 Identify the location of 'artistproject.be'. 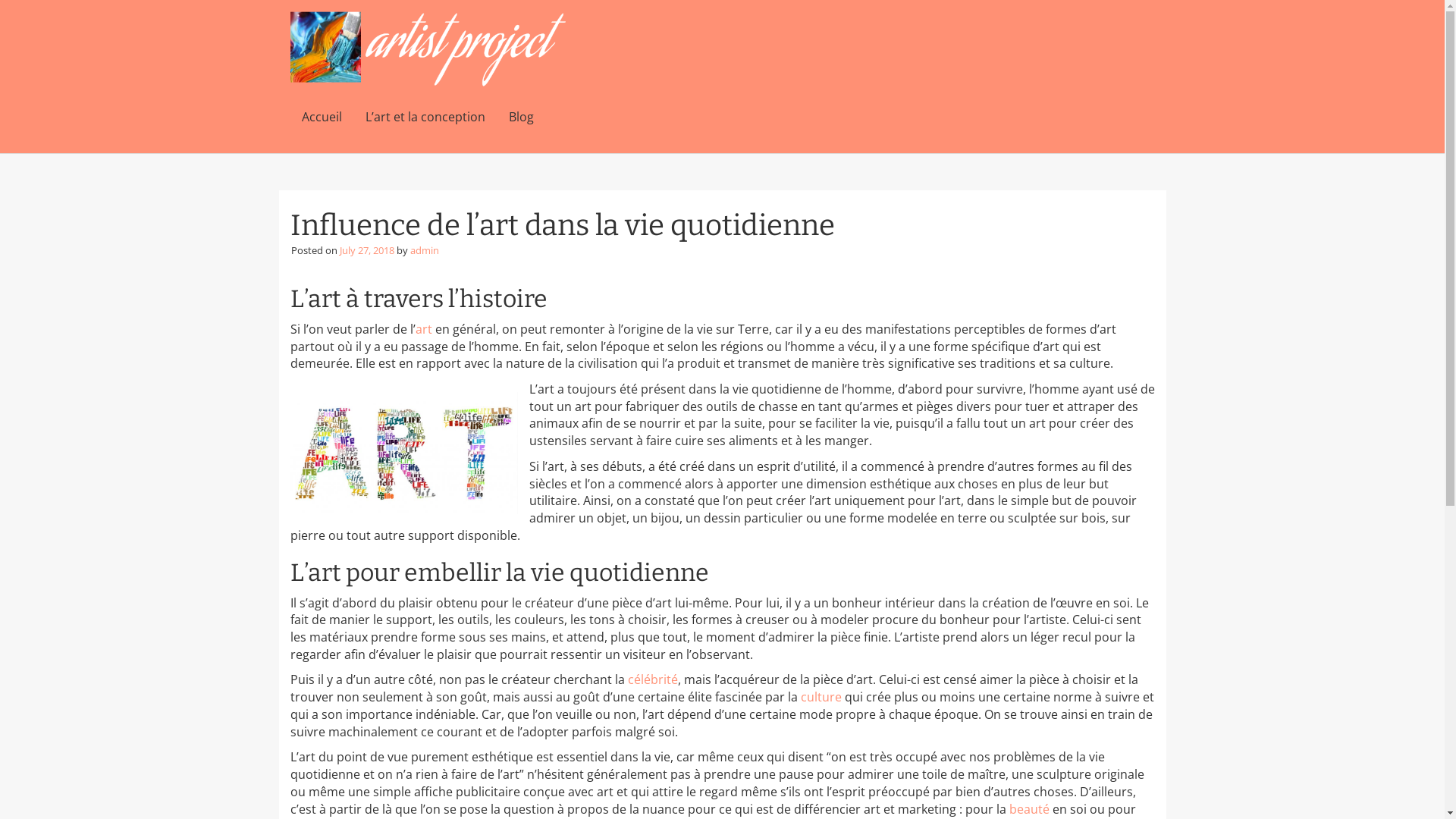
(427, 49).